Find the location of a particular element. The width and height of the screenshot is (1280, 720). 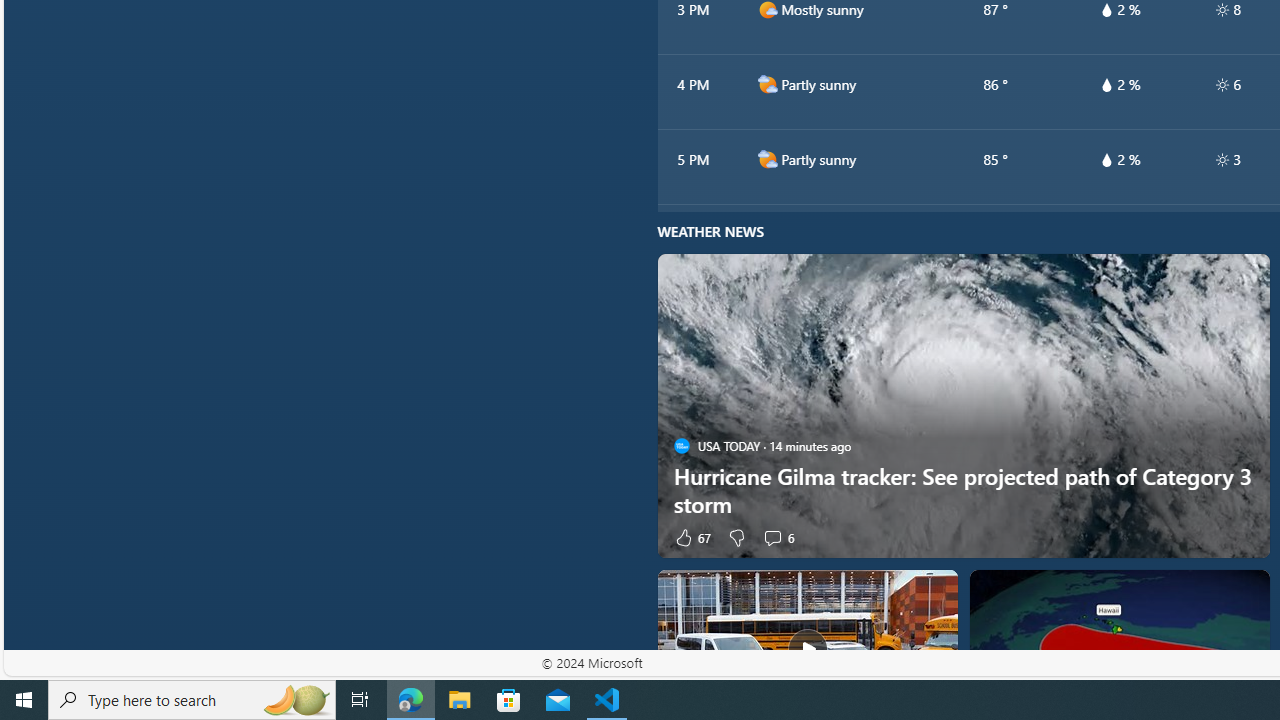

'hourlyTable/drop' is located at coordinates (1105, 158).